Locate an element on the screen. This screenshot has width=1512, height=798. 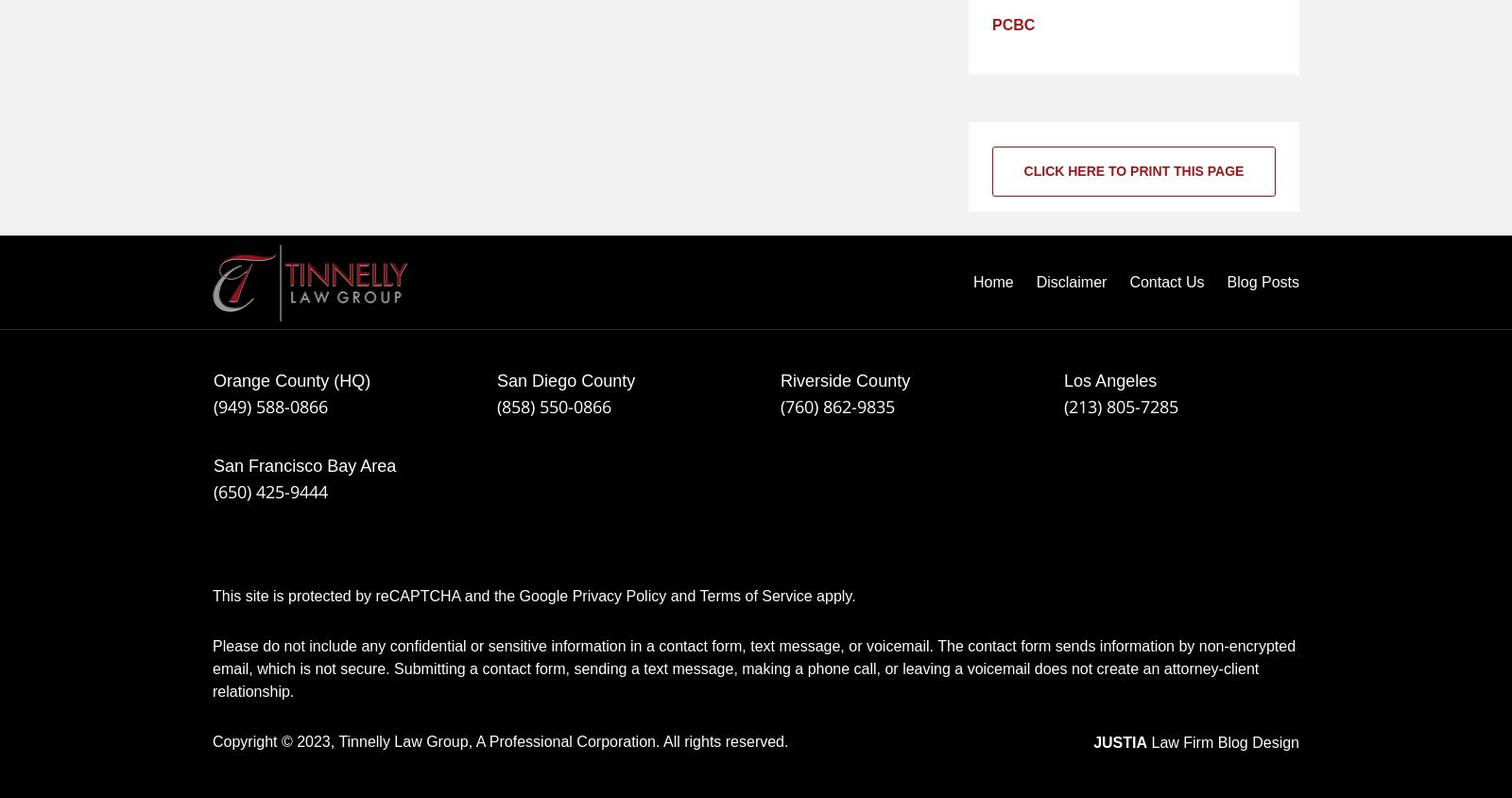
'Tinnelly Law Group, A Professional Corporation. All rights reserved.' is located at coordinates (562, 740).